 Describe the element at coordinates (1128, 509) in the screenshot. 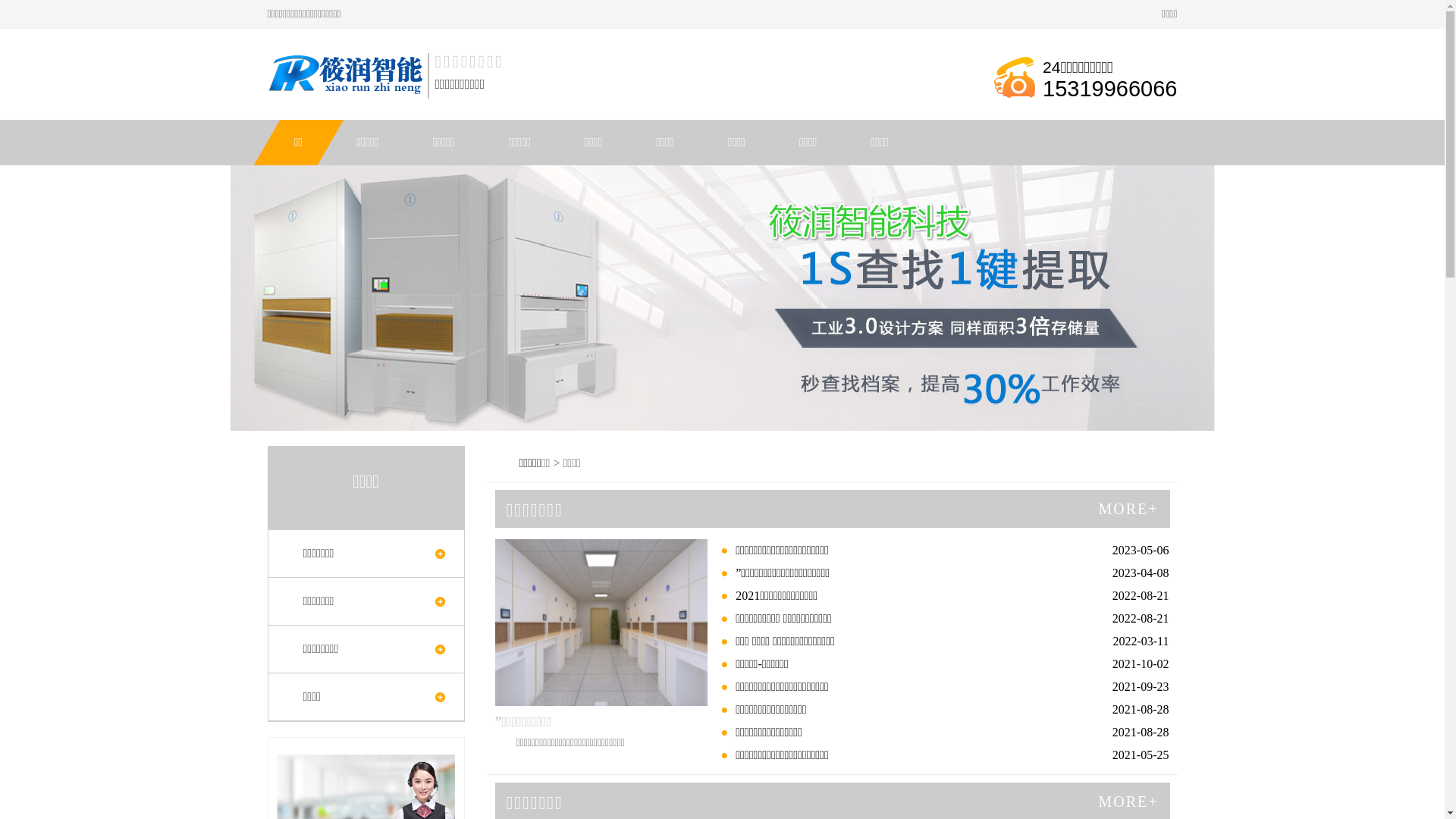

I see `'MORE+'` at that location.